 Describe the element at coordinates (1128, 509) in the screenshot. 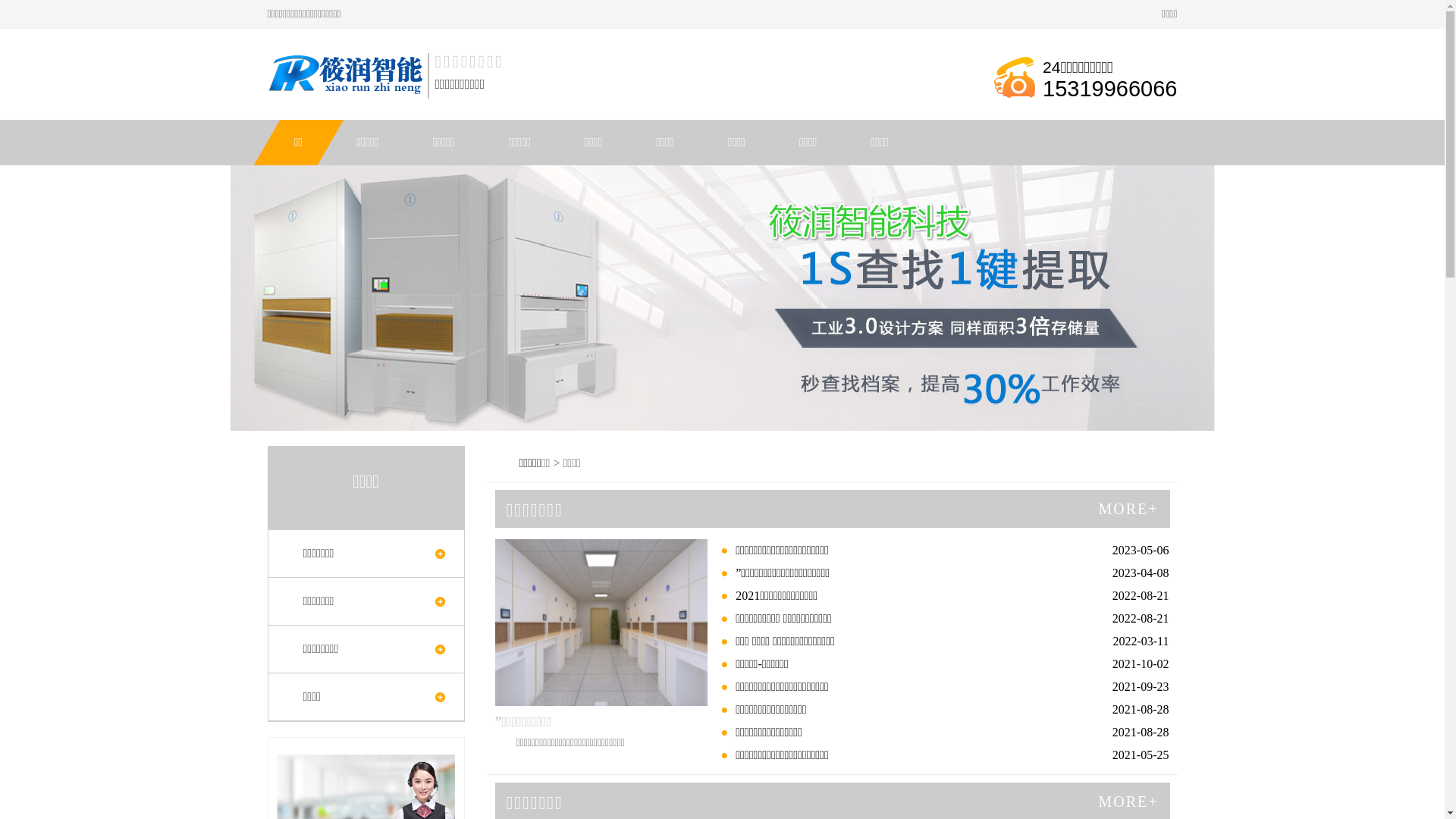

I see `'MORE+'` at that location.